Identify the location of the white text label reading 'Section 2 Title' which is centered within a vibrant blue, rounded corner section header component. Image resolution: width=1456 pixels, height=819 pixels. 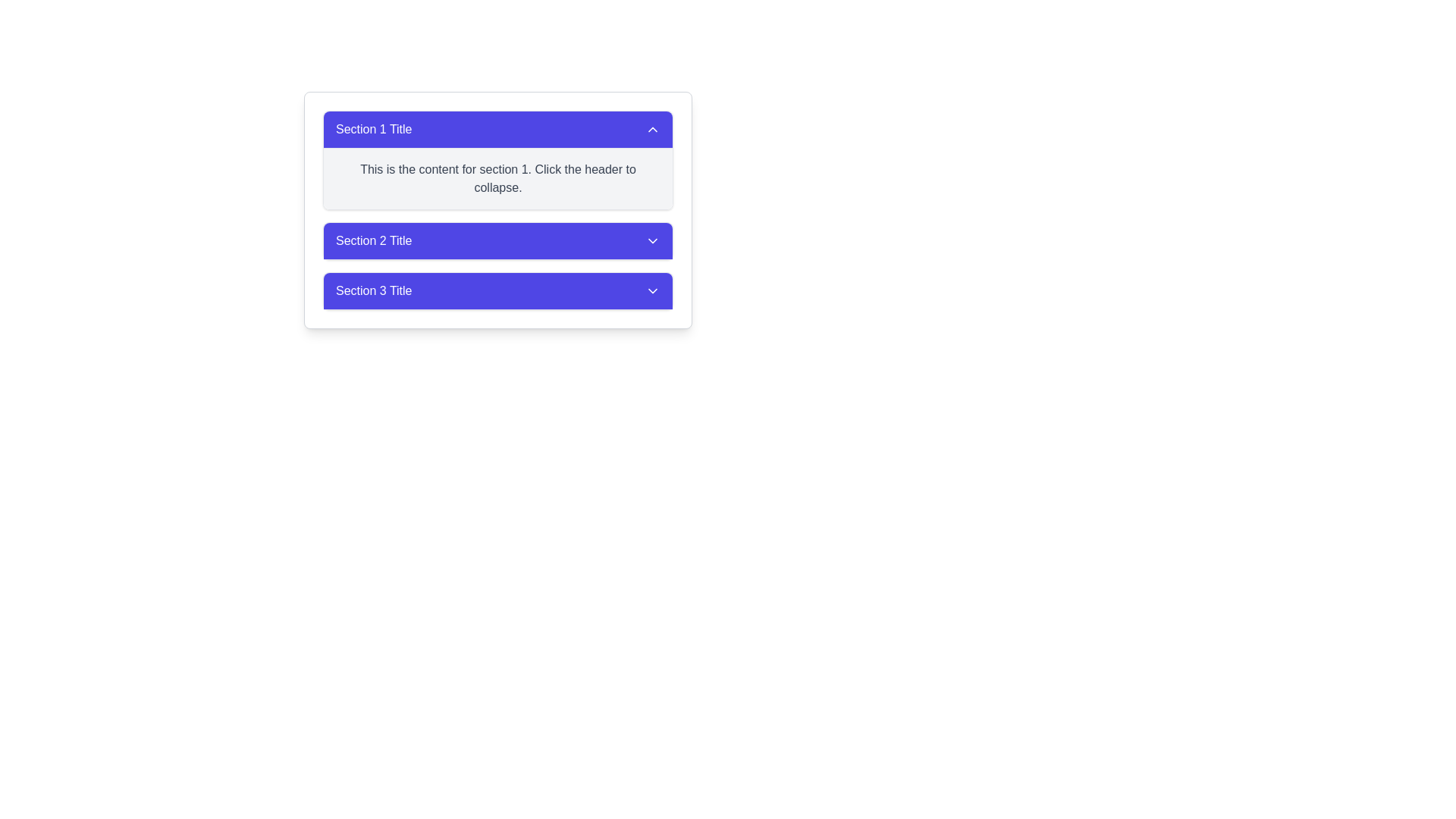
(374, 240).